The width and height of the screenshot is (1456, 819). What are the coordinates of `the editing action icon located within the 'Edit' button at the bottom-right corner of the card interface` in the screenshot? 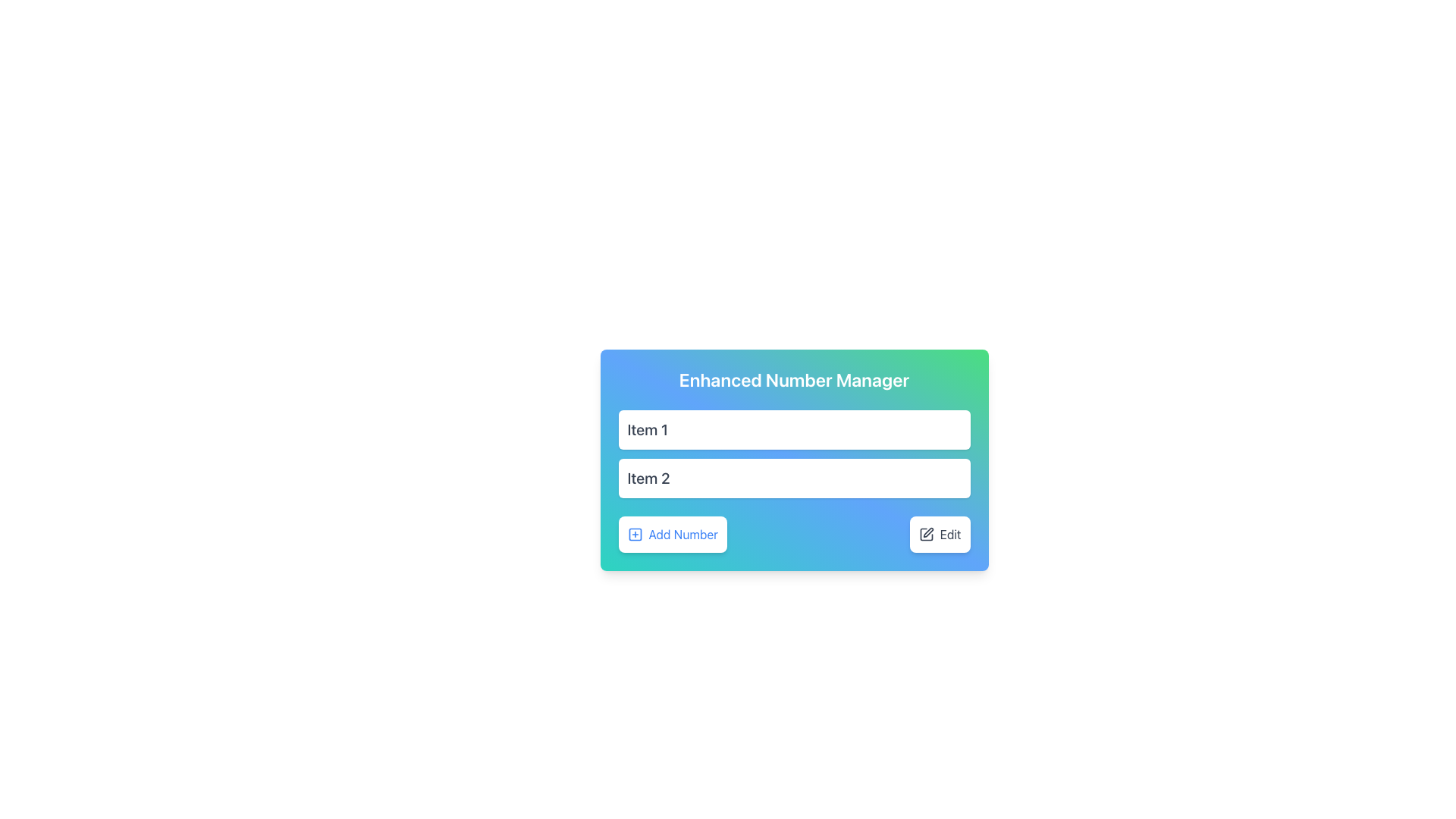 It's located at (927, 532).